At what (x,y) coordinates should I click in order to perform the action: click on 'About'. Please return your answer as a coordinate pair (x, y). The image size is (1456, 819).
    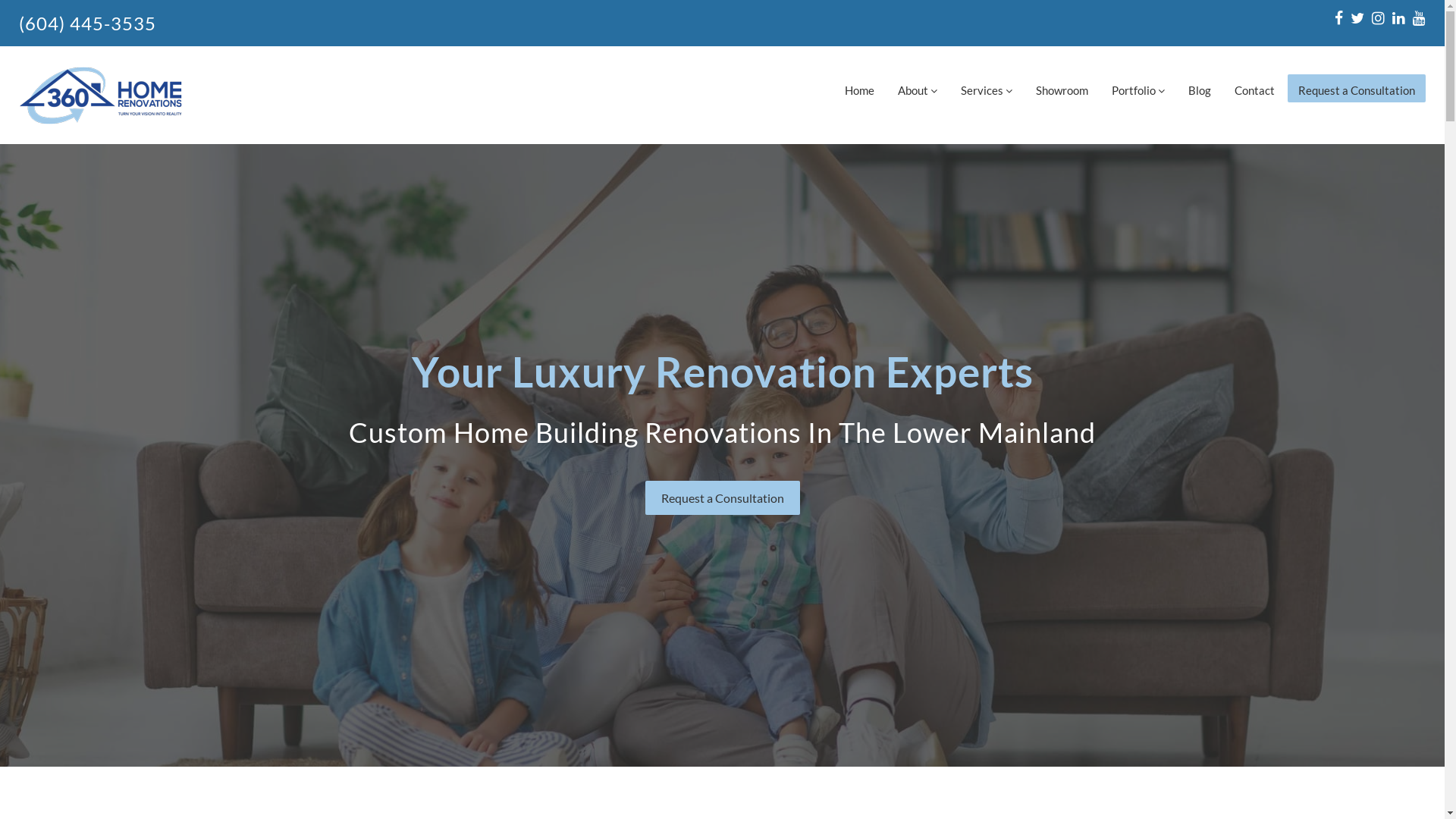
    Looking at the image, I should click on (916, 88).